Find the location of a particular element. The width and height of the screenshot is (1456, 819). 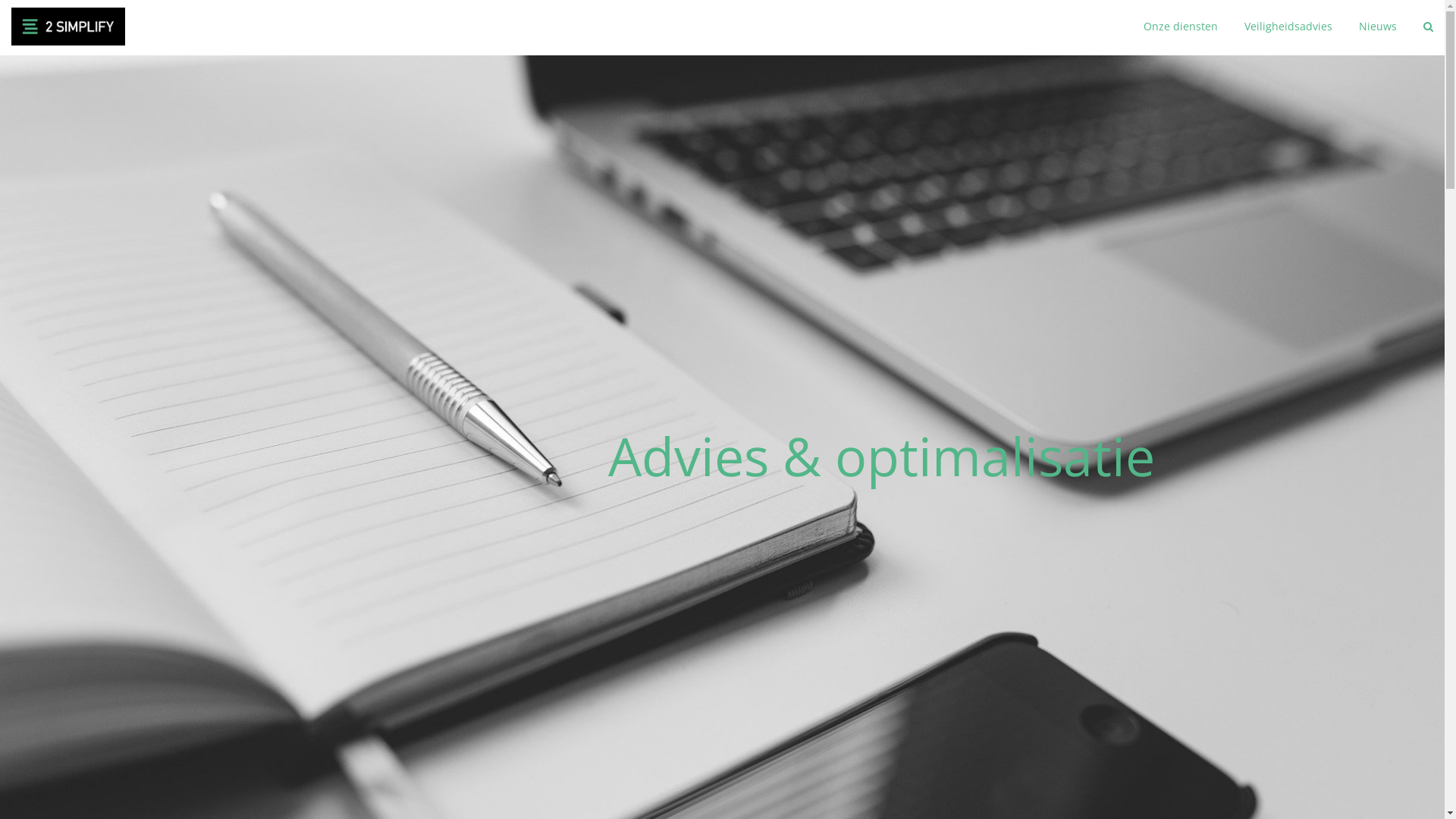

'Nieuws' is located at coordinates (1358, 27).